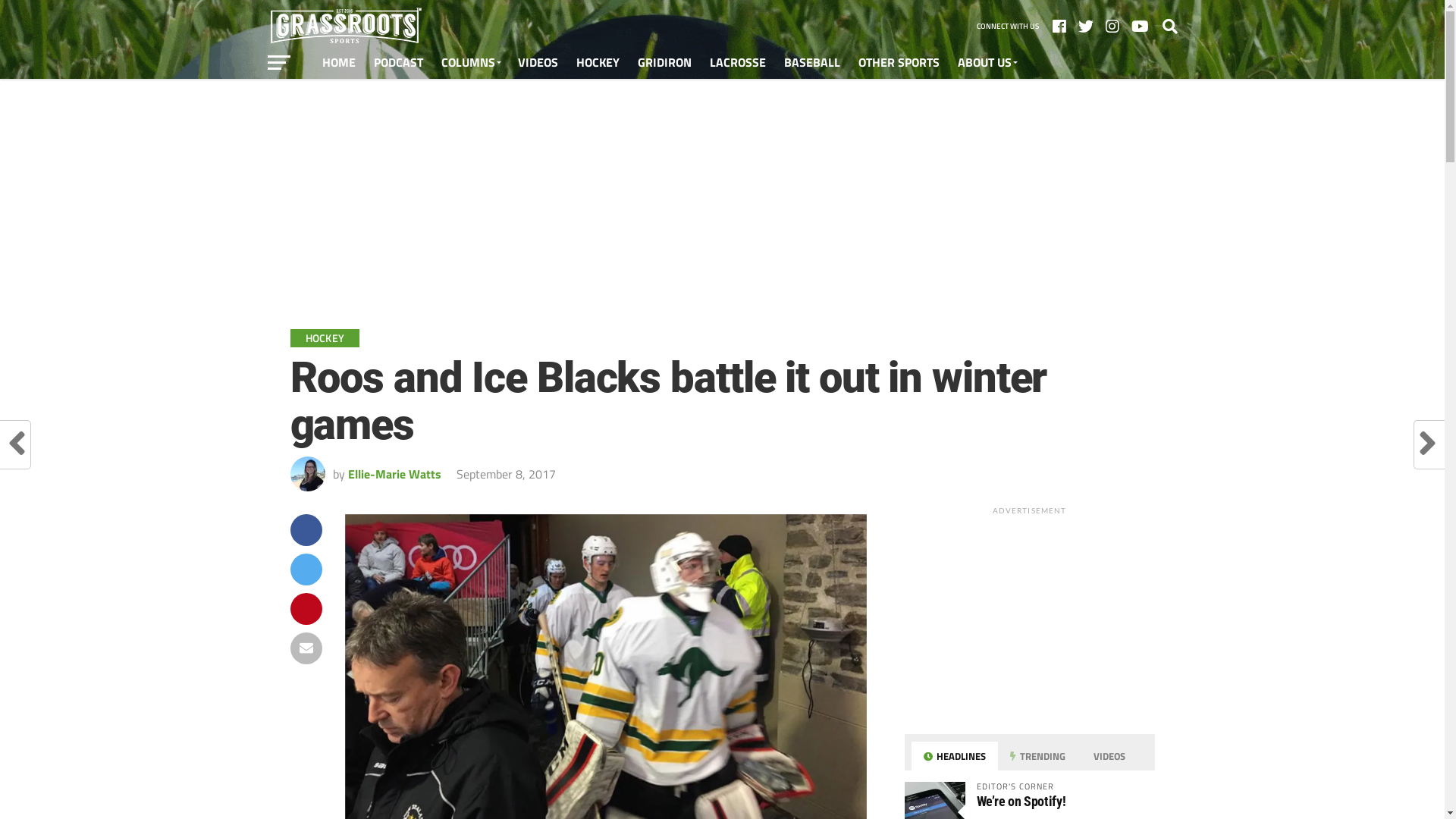 The width and height of the screenshot is (1456, 819). What do you see at coordinates (397, 61) in the screenshot?
I see `'PODCAST'` at bounding box center [397, 61].